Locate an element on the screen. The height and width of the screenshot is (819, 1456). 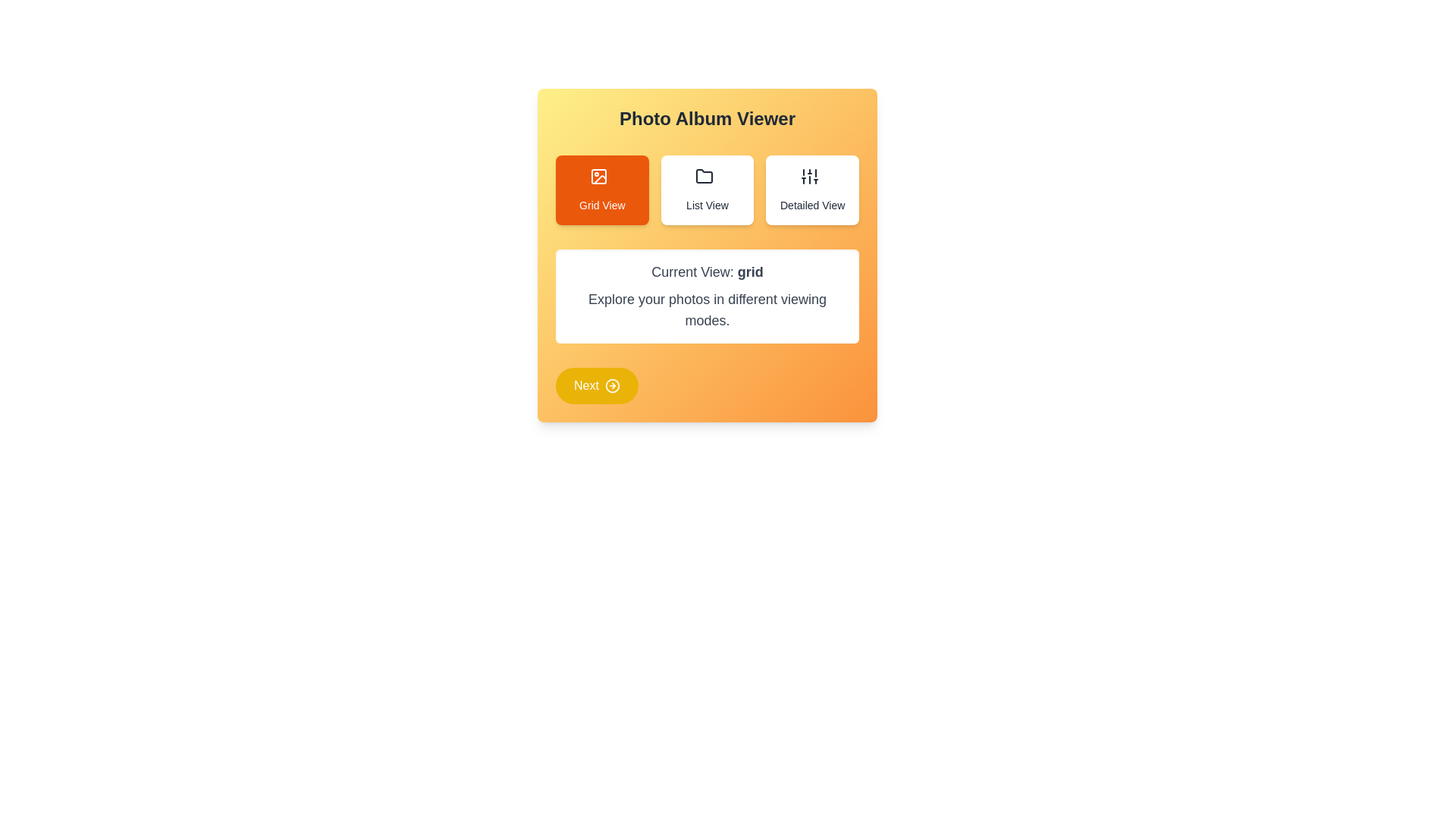
the 'Next' button located in the bottom-left area of the orangish rectangular section to proceed to the next step is located at coordinates (596, 385).